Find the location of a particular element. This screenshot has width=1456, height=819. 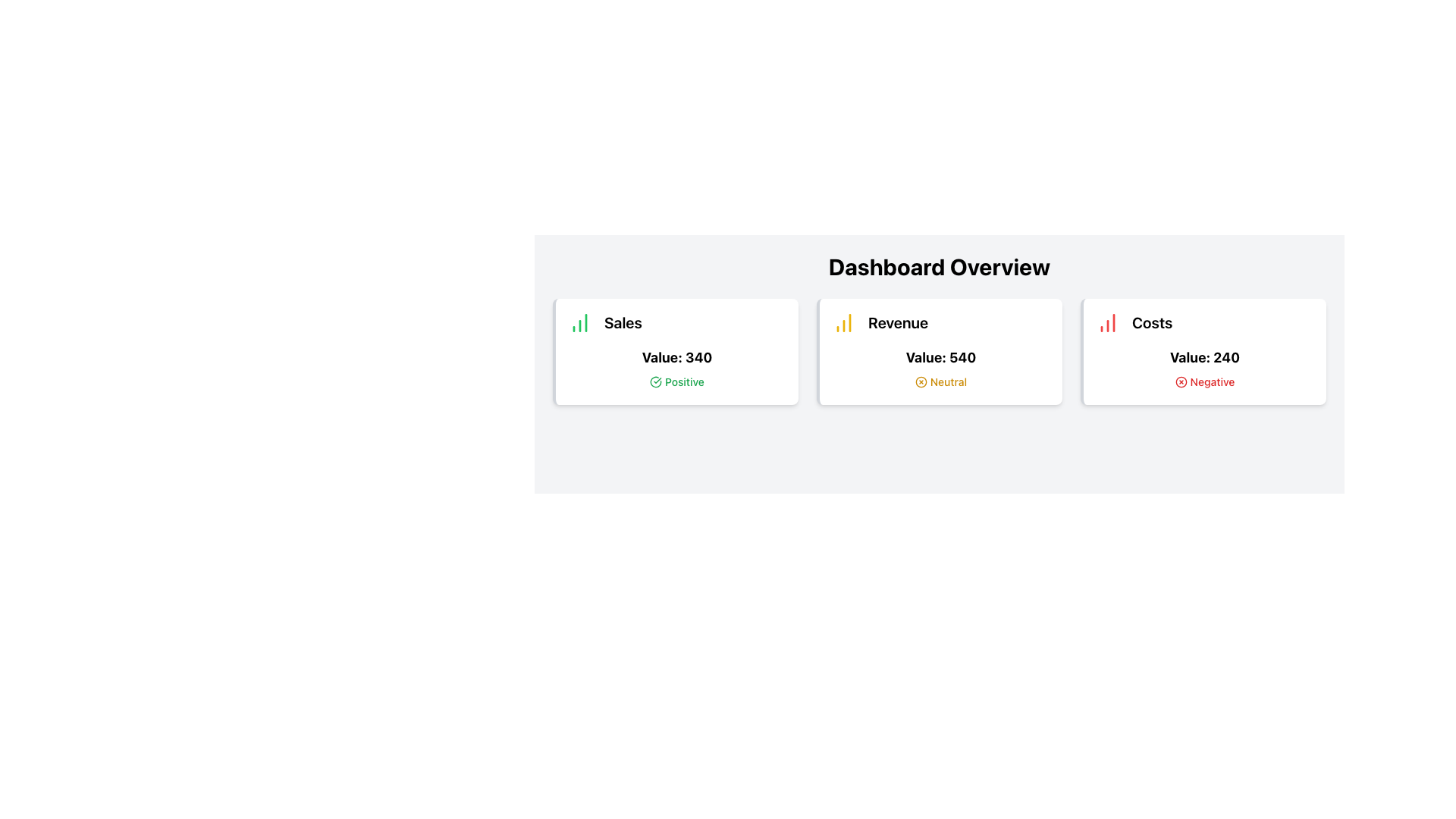

the informational text label displaying revenue metrics located in the 'Revenue' card, positioned below the title 'Revenue' and above the label 'Neutral' is located at coordinates (940, 357).